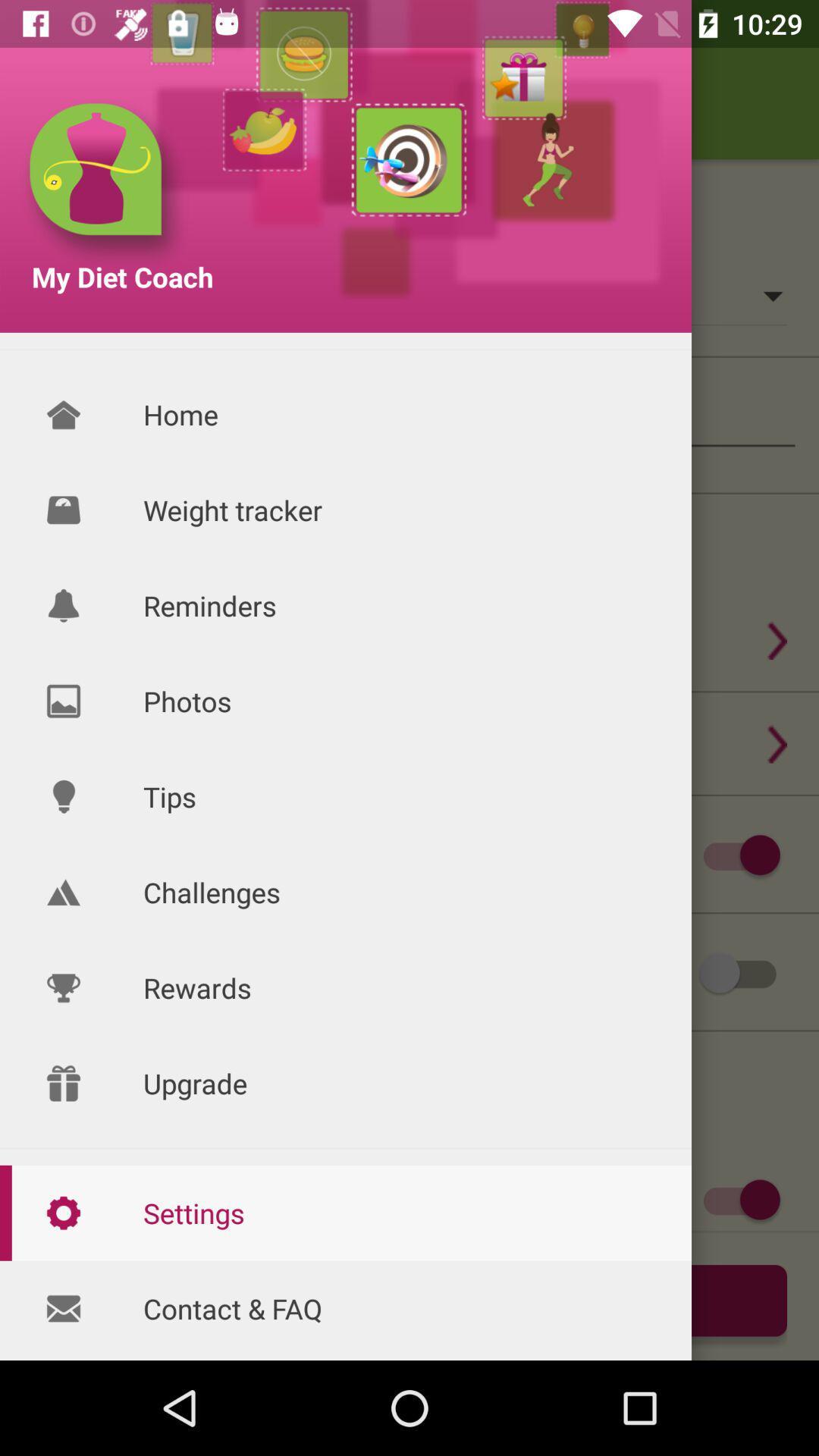  I want to click on the second arrow icon, so click(777, 744).